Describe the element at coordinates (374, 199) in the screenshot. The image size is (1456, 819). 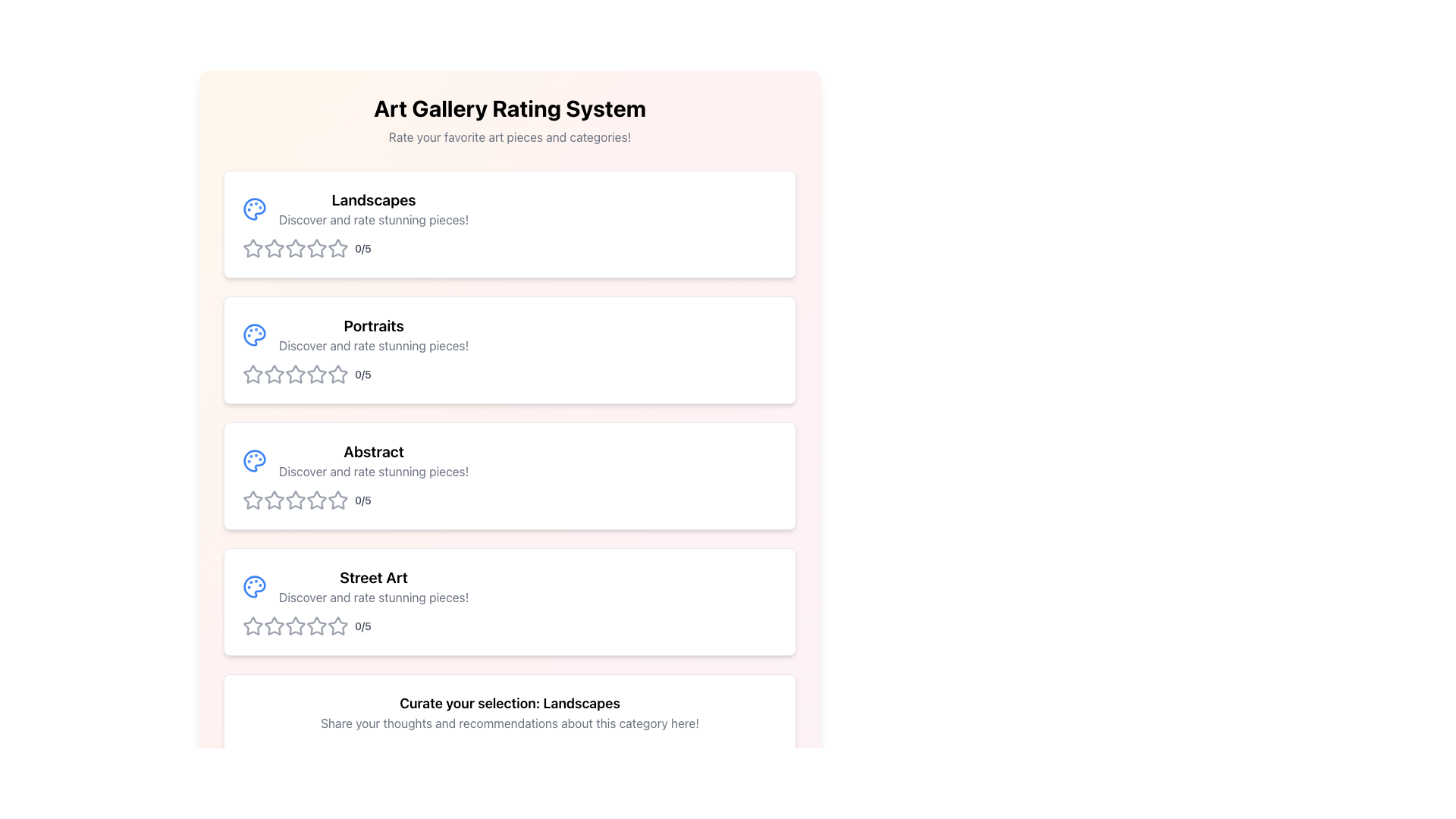
I see `the text component displaying 'Landscapes' in bold font, located at the top of the art categories section` at that location.